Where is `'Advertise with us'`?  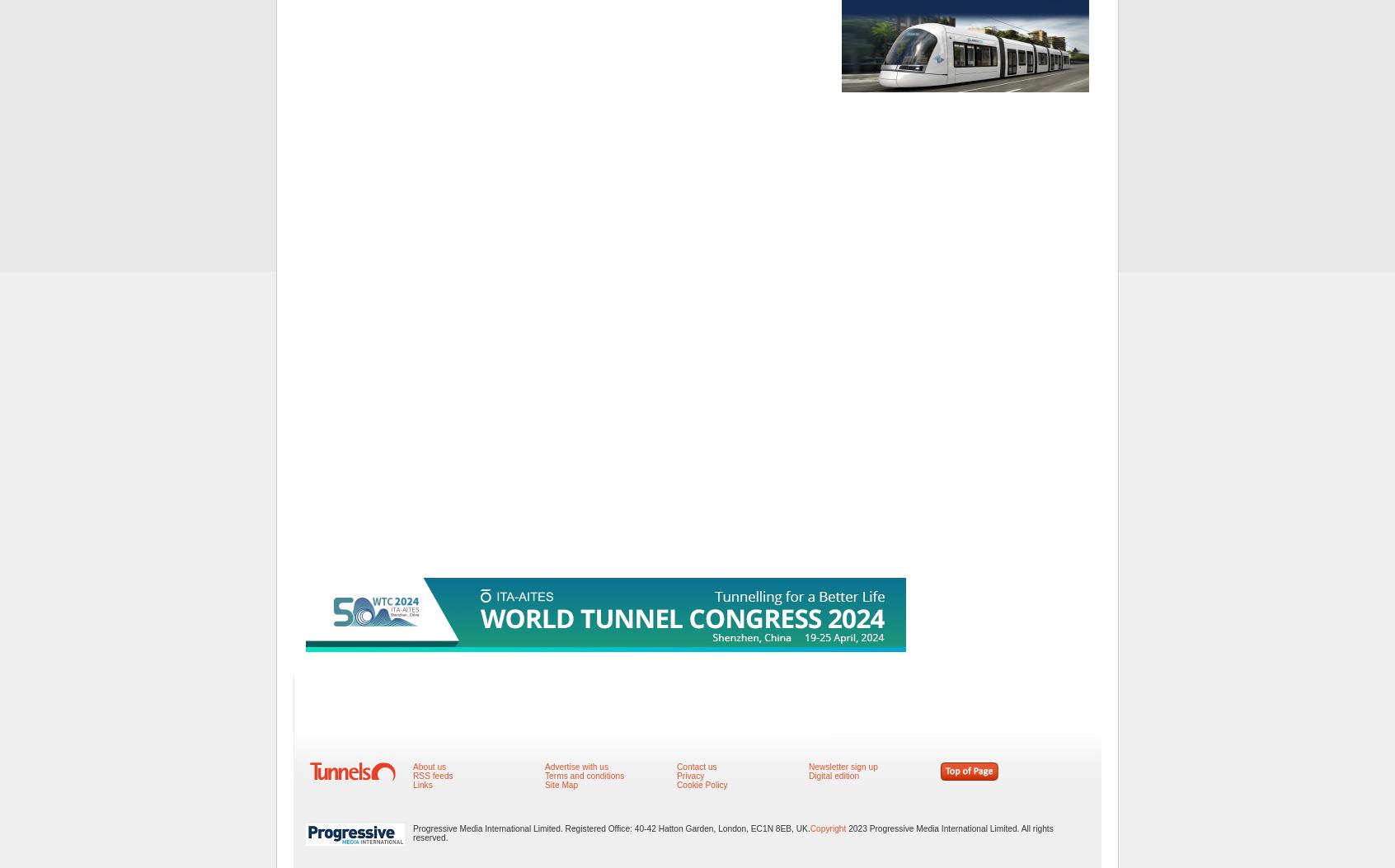 'Advertise with us' is located at coordinates (576, 766).